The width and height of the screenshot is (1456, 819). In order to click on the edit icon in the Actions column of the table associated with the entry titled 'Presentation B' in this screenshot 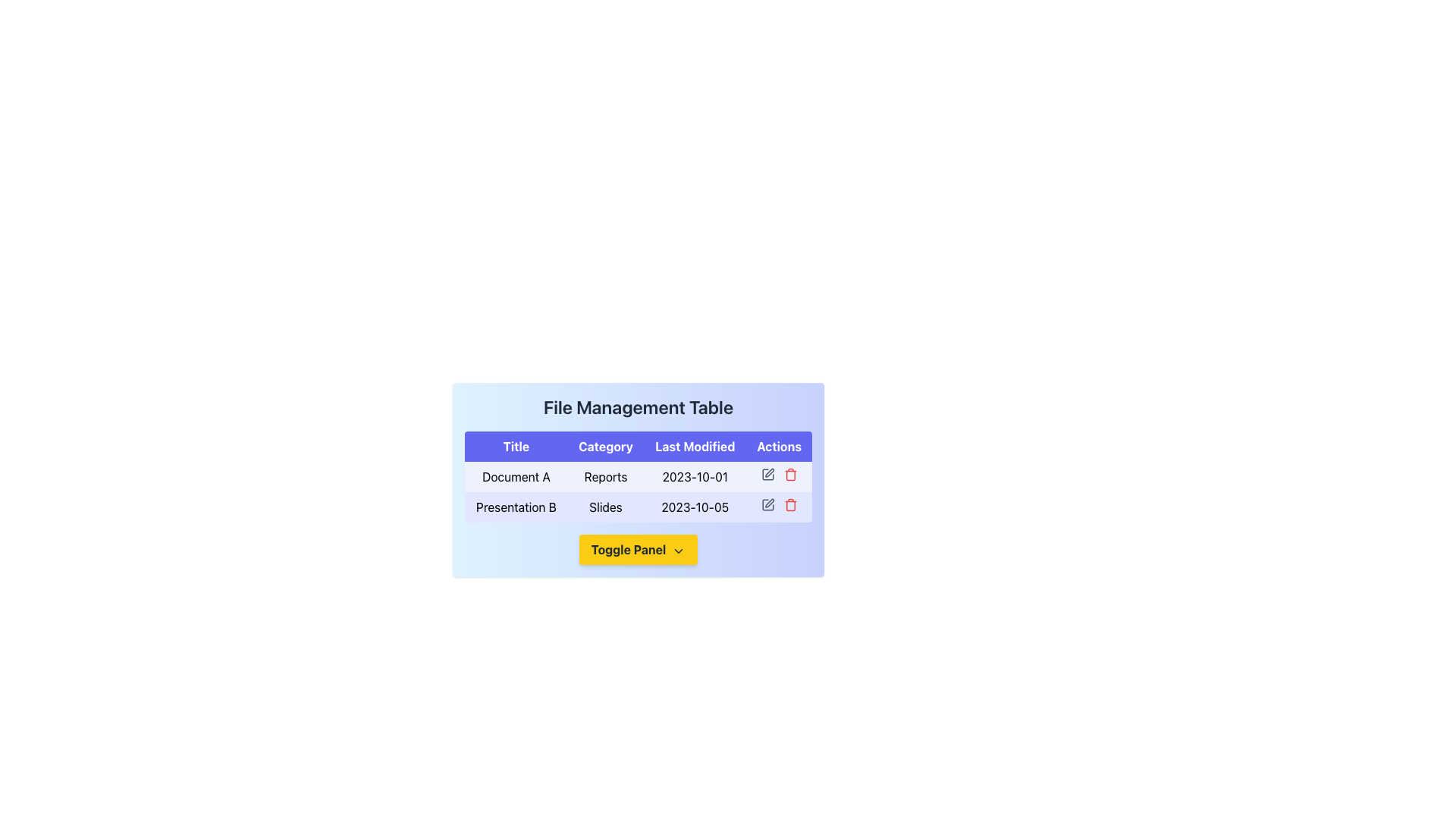, I will do `click(767, 505)`.